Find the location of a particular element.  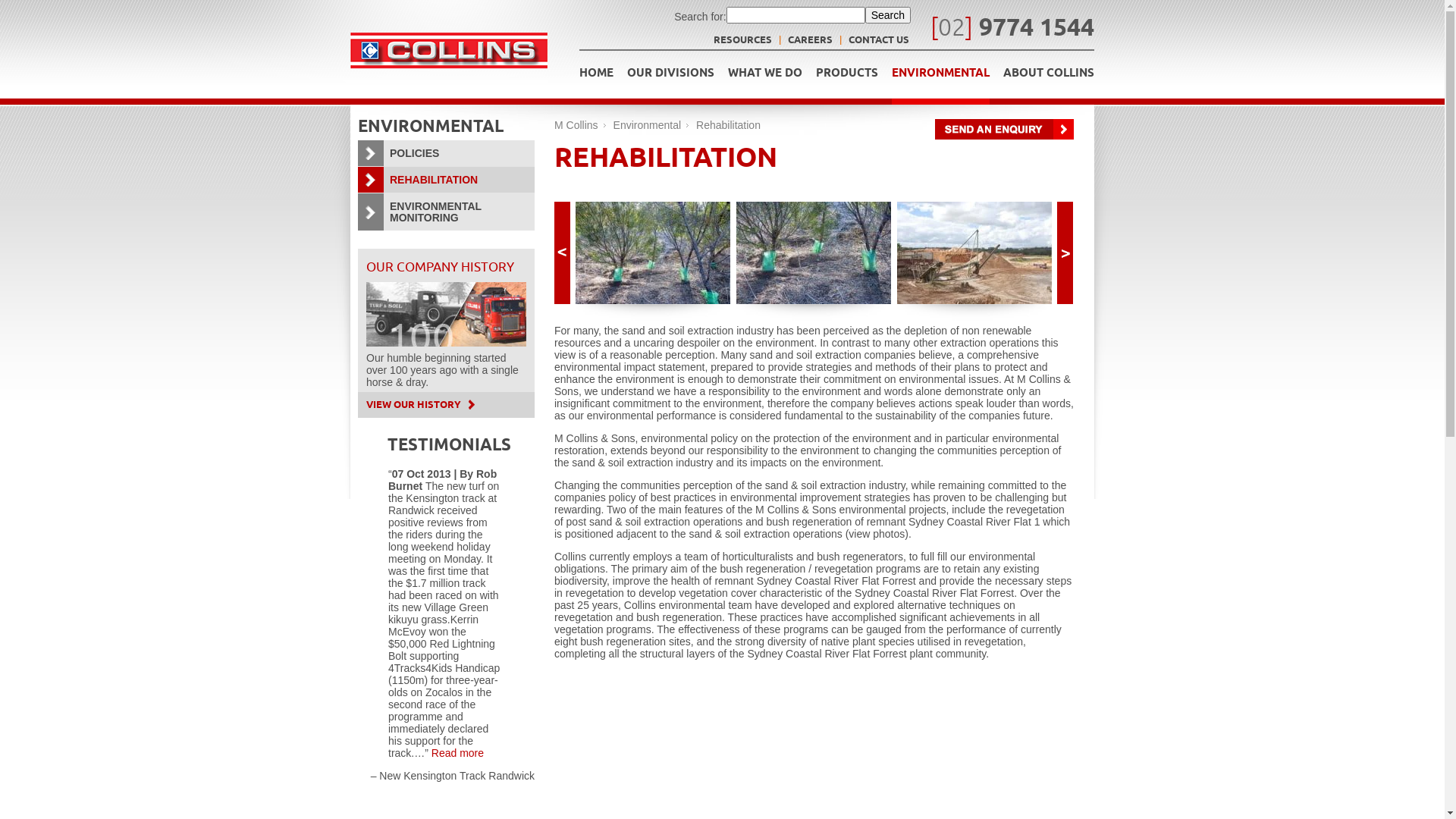

'previous' is located at coordinates (561, 252).